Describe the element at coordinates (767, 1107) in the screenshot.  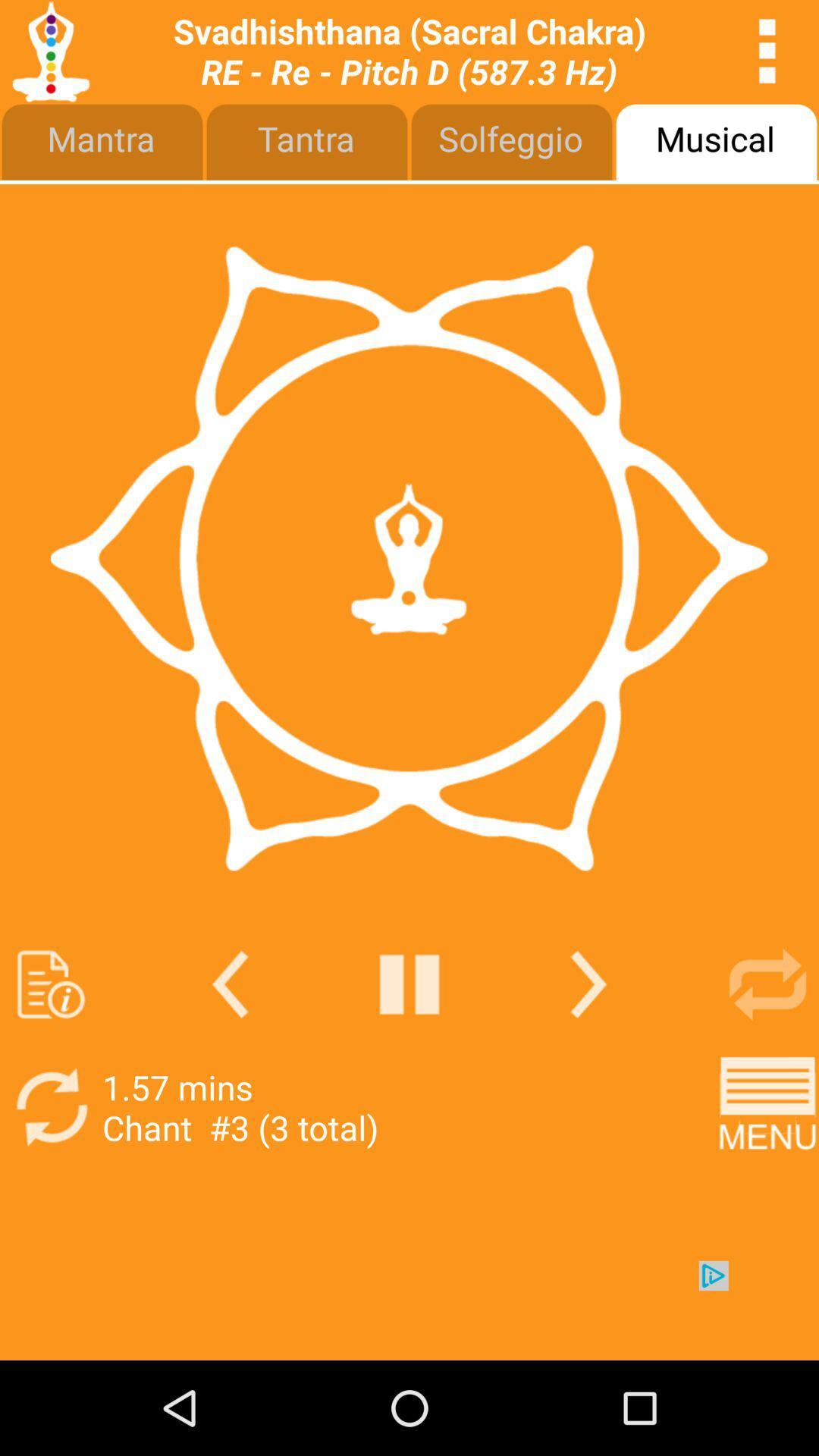
I see `menu` at that location.